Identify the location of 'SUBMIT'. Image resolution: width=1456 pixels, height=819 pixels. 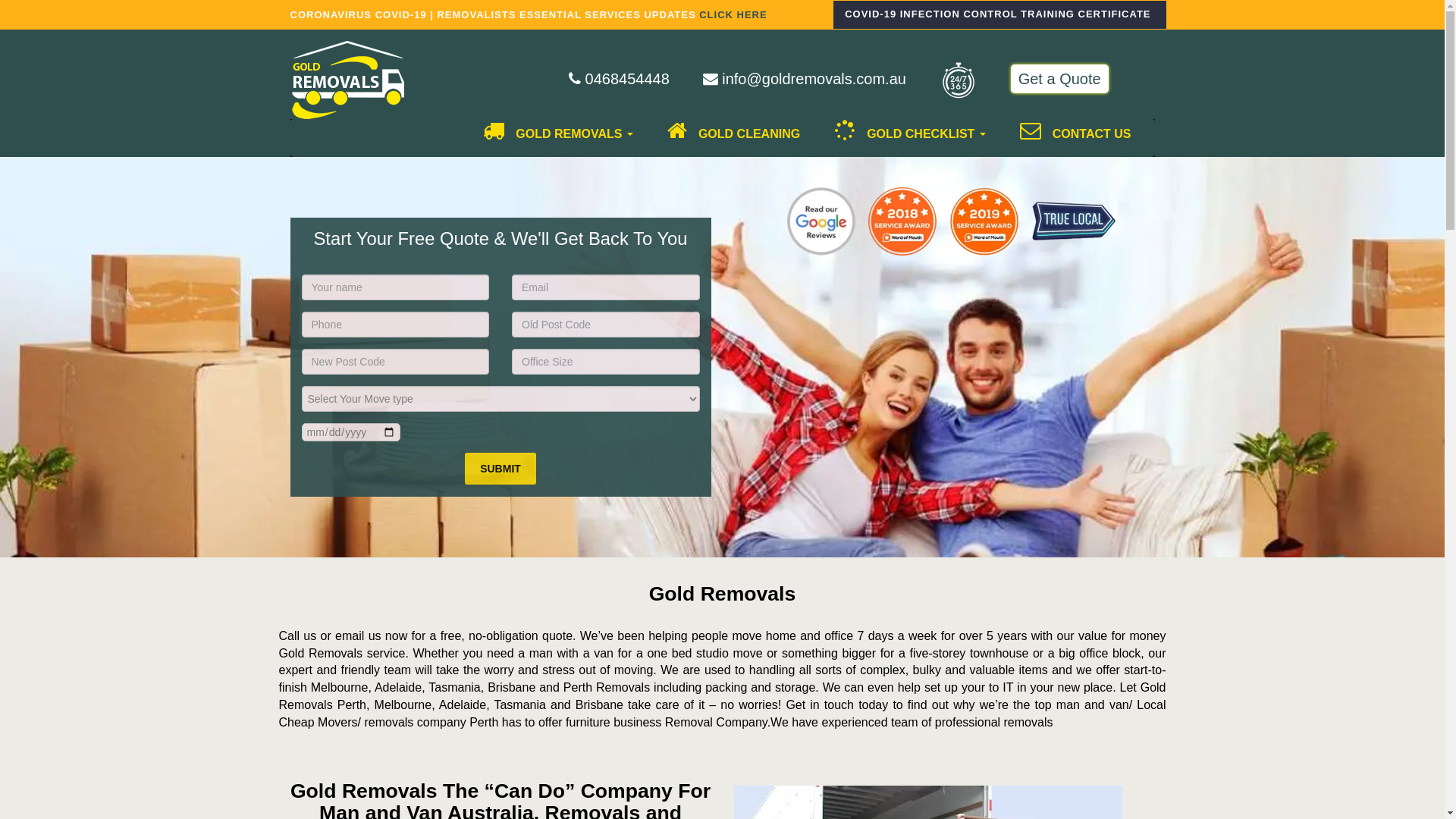
(464, 467).